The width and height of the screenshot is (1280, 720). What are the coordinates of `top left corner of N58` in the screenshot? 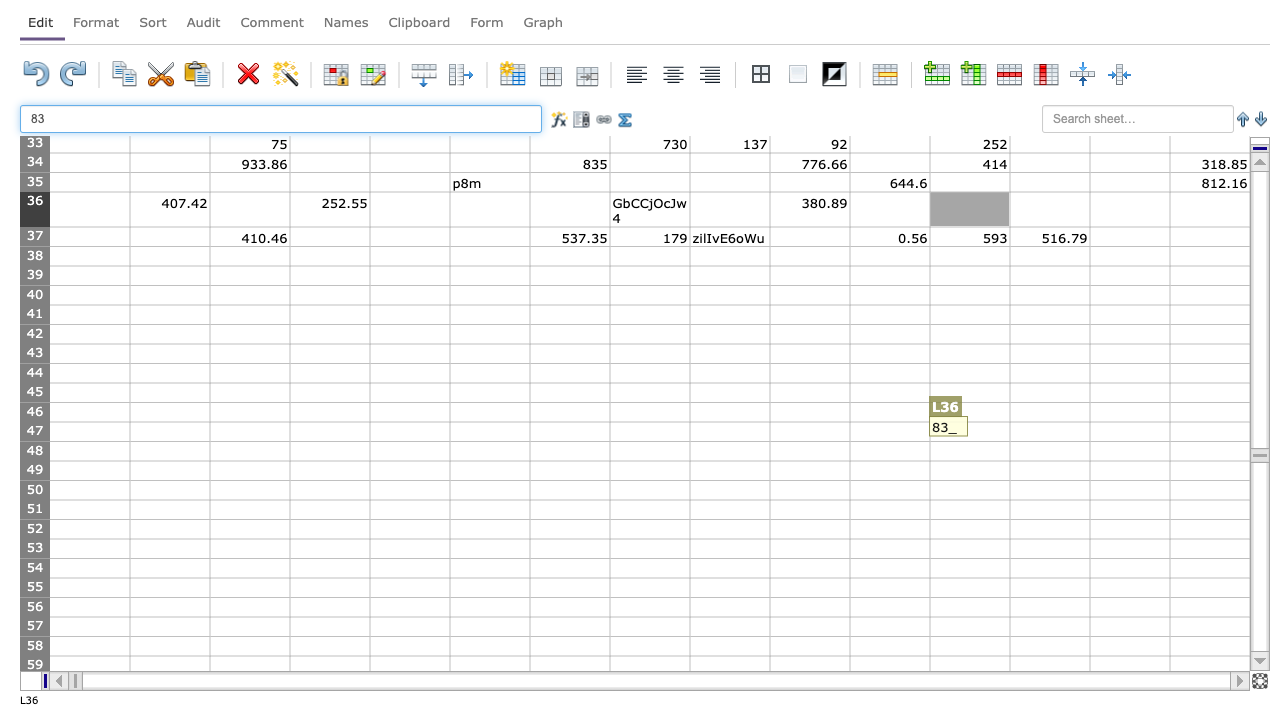 It's located at (1089, 636).